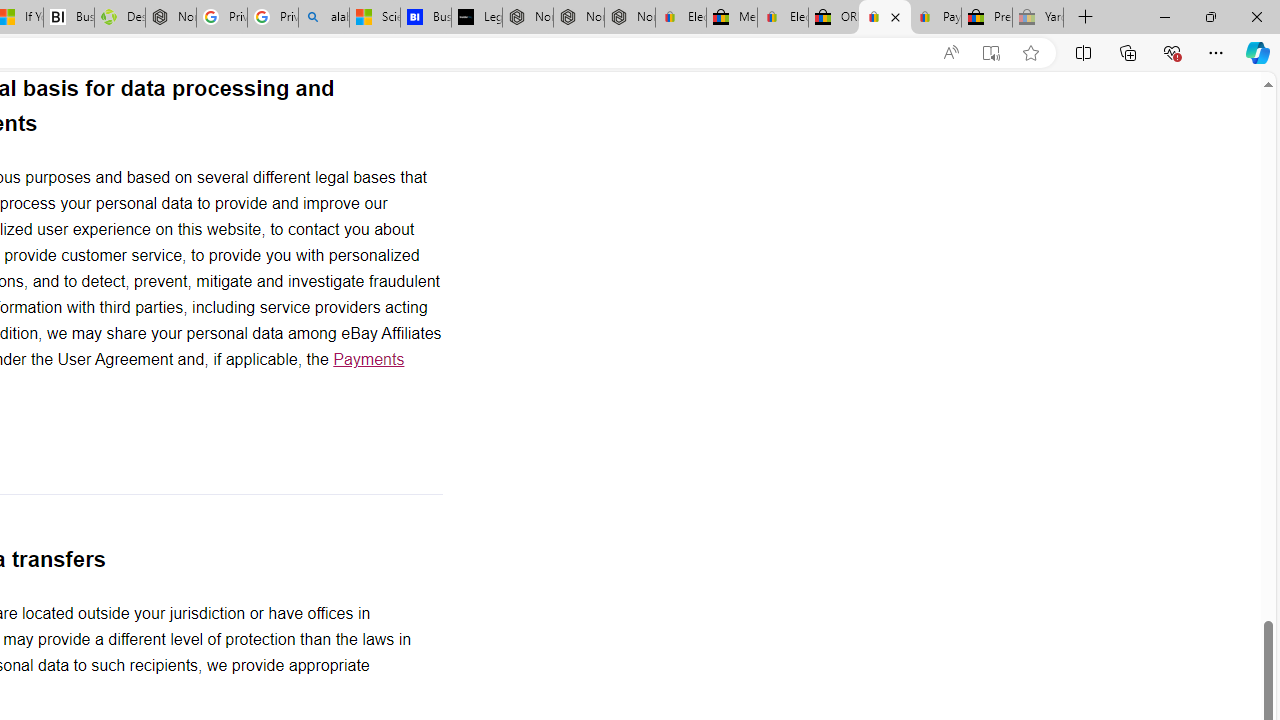 Image resolution: width=1280 pixels, height=720 pixels. I want to click on 'Nordace - My Account', so click(170, 17).